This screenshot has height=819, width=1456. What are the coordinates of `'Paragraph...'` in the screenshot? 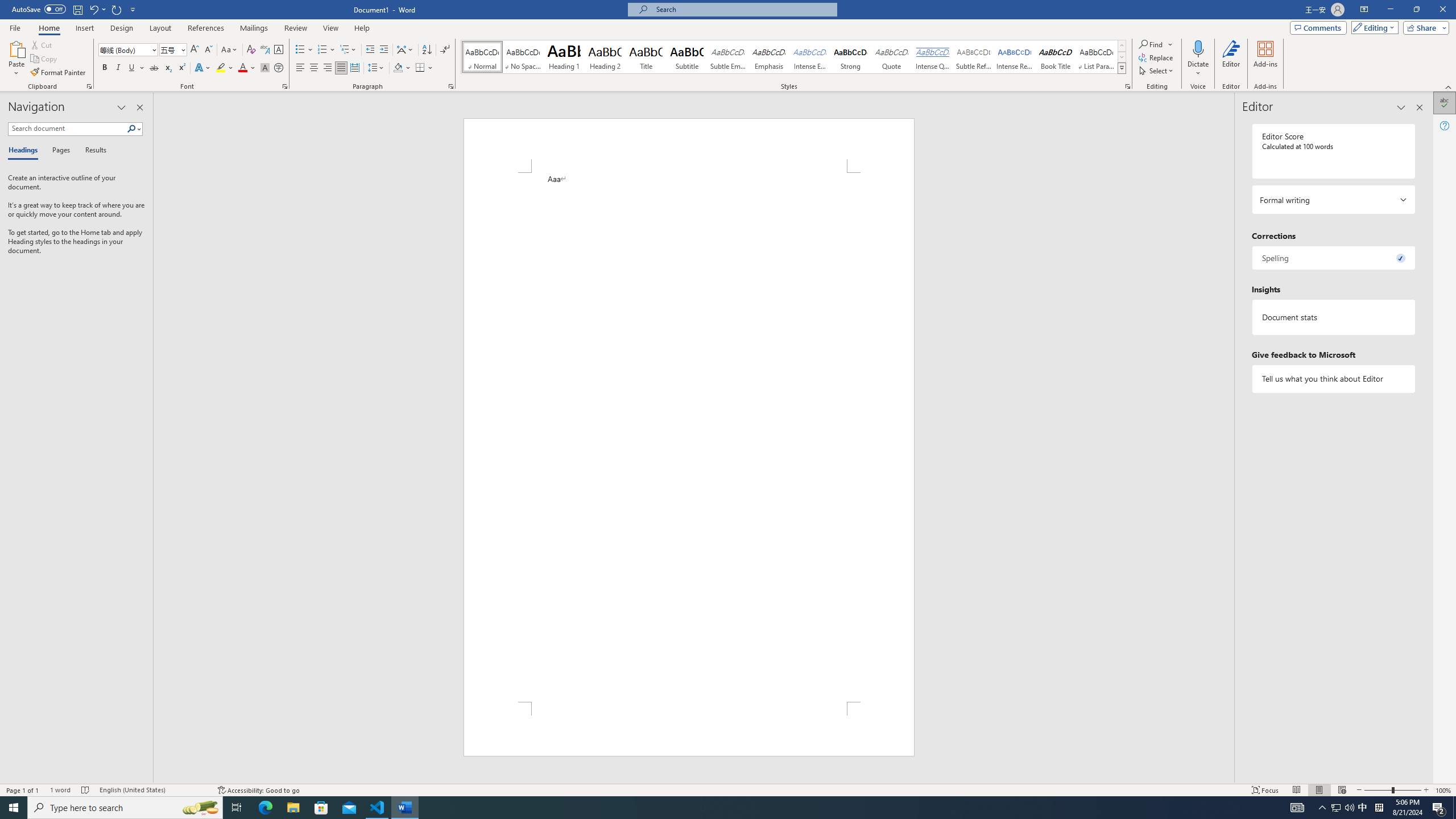 It's located at (450, 85).